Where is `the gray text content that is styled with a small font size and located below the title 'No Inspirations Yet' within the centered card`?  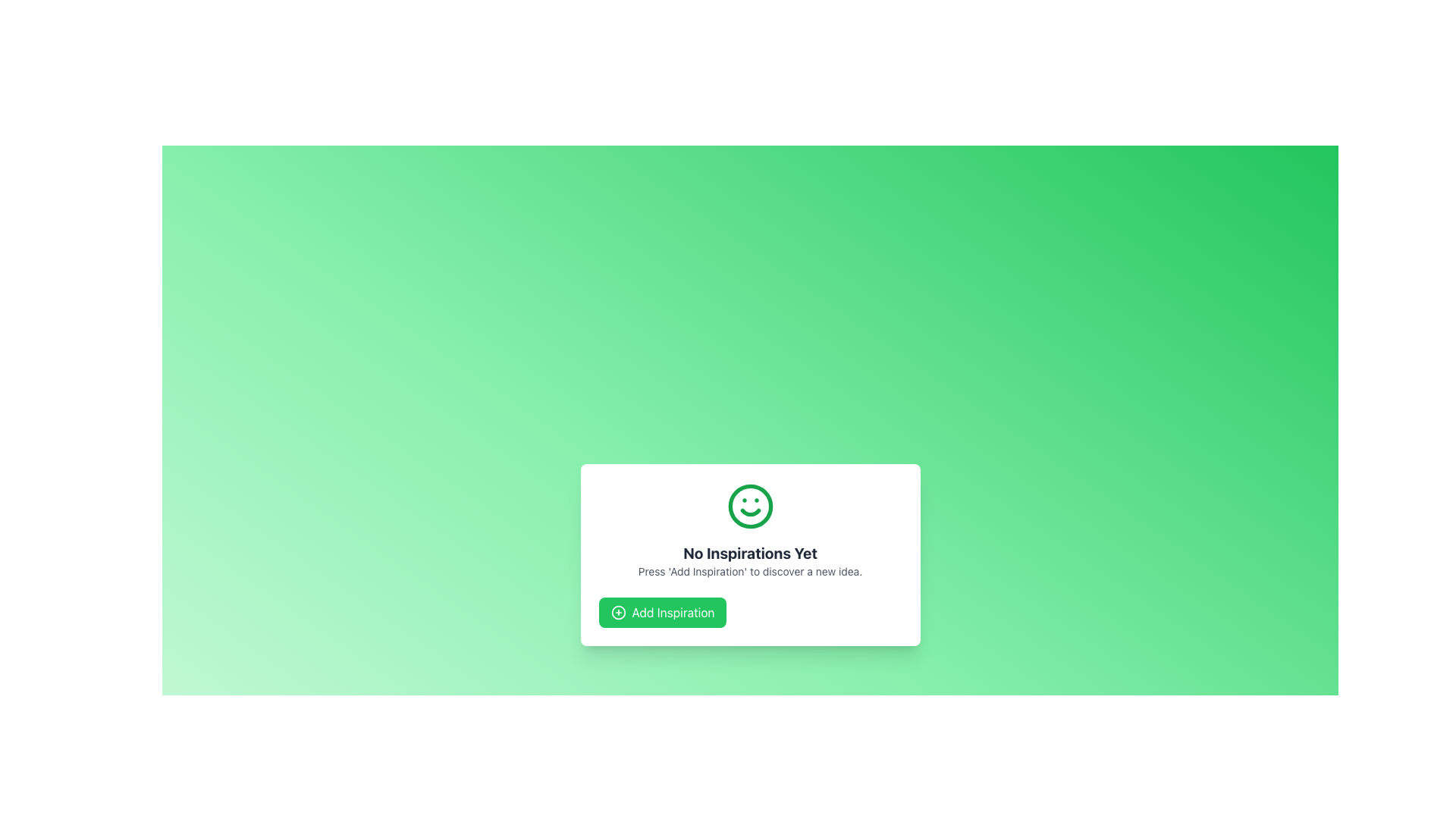
the gray text content that is styled with a small font size and located below the title 'No Inspirations Yet' within the centered card is located at coordinates (750, 571).